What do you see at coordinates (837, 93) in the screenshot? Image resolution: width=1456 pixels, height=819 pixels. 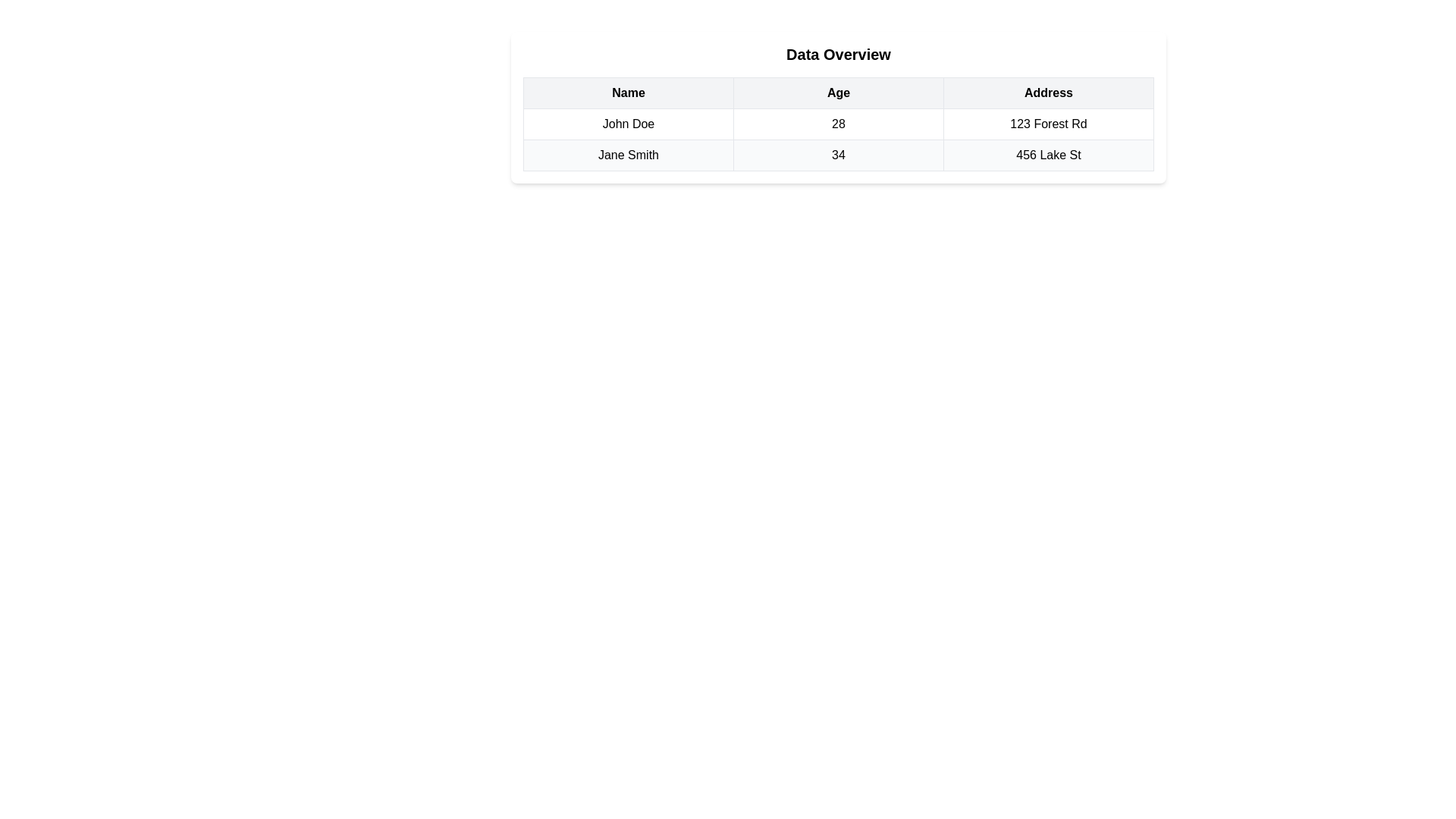 I see `text 'Age' from the table header row, which is the first row in a table structure with cells styled in light gray and bordered by a thin gray outline` at bounding box center [837, 93].